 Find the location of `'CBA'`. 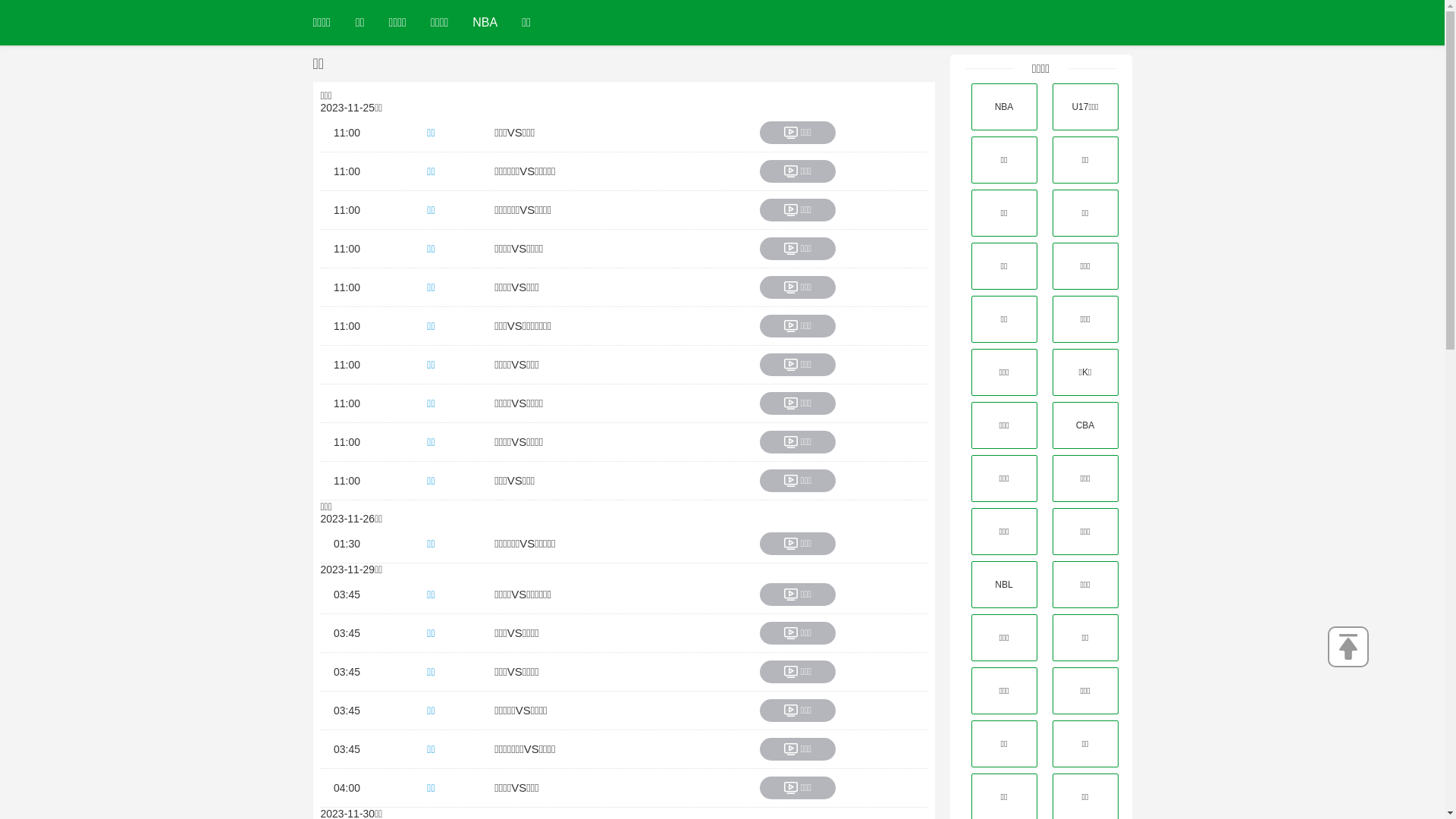

'CBA' is located at coordinates (1051, 425).